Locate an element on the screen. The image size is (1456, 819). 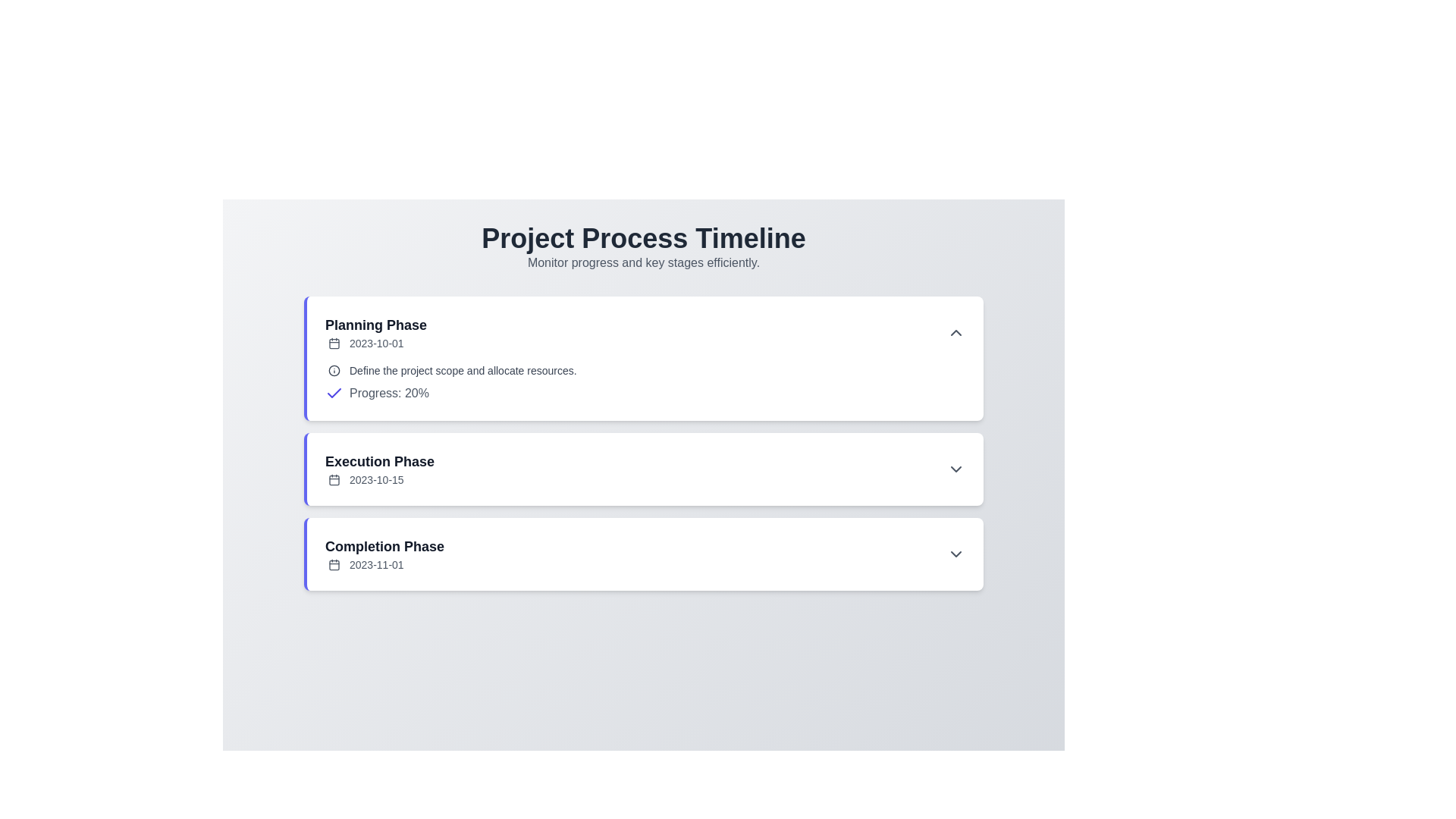
the Text Label displaying the date '2023-10-15' accompanied by a calendar icon, located below the title 'Execution Phase' in the middle card of the page is located at coordinates (380, 479).